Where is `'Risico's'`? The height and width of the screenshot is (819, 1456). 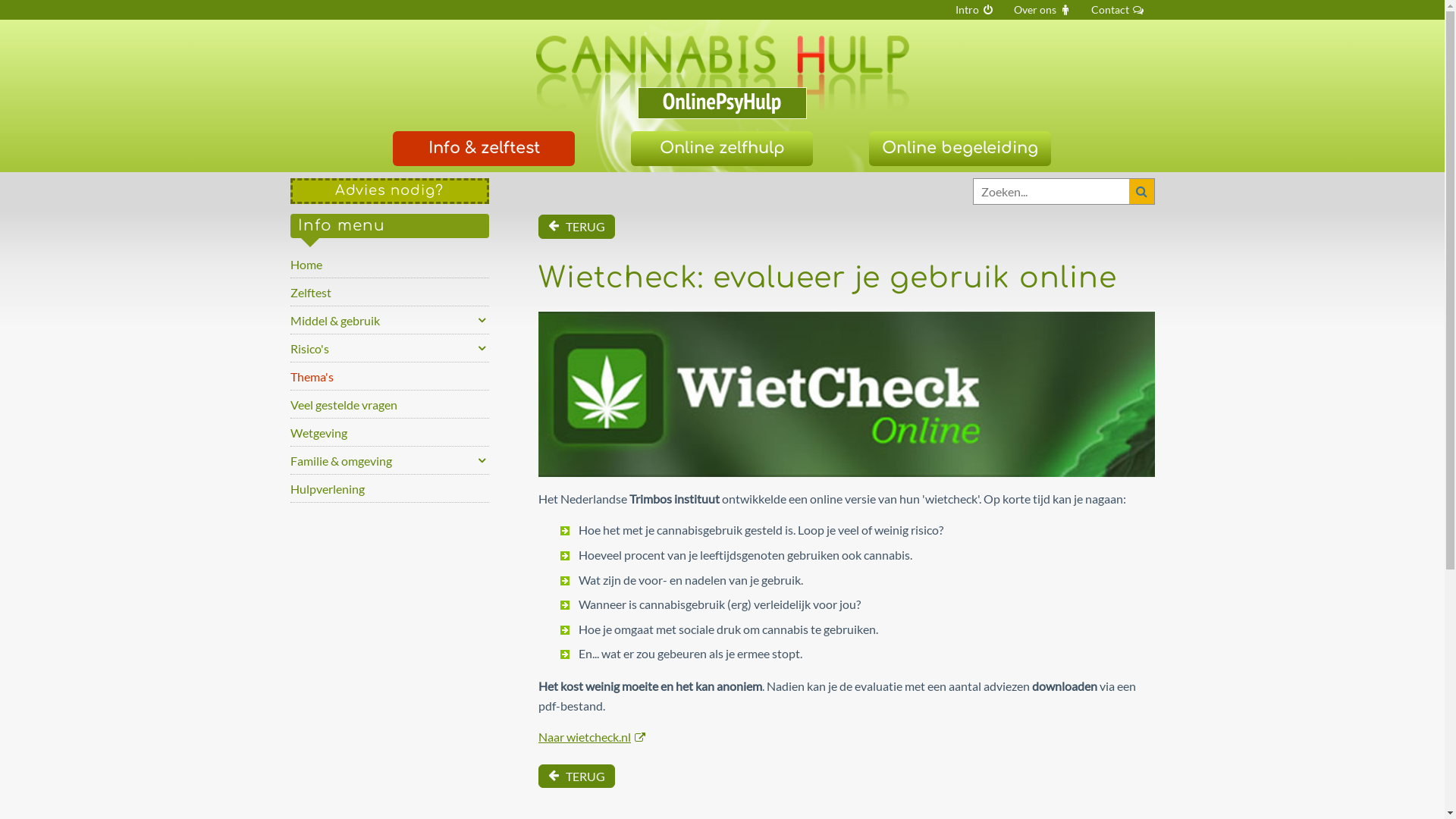
'Risico's' is located at coordinates (389, 348).